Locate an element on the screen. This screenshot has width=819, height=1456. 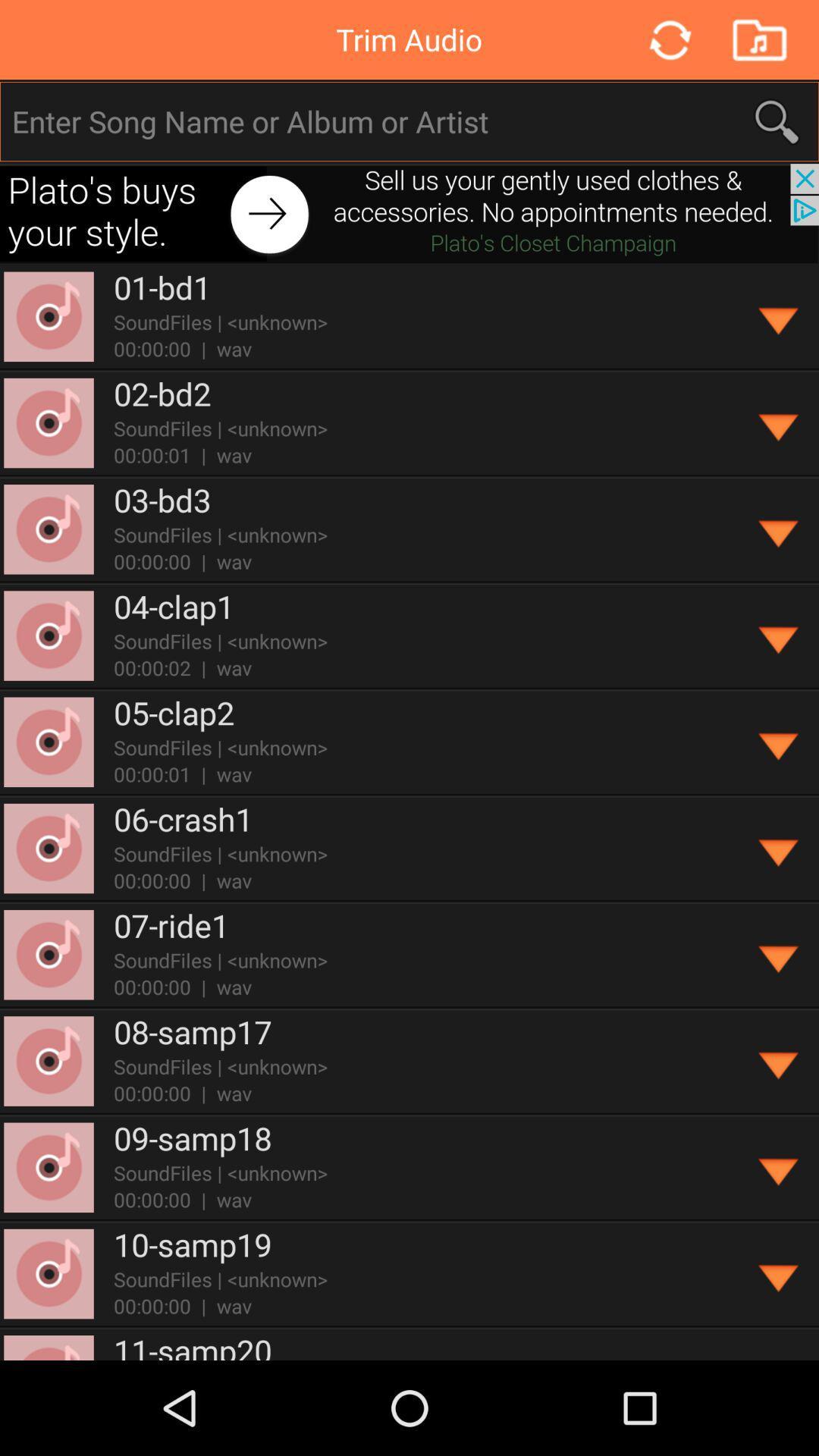
the song is located at coordinates (779, 316).